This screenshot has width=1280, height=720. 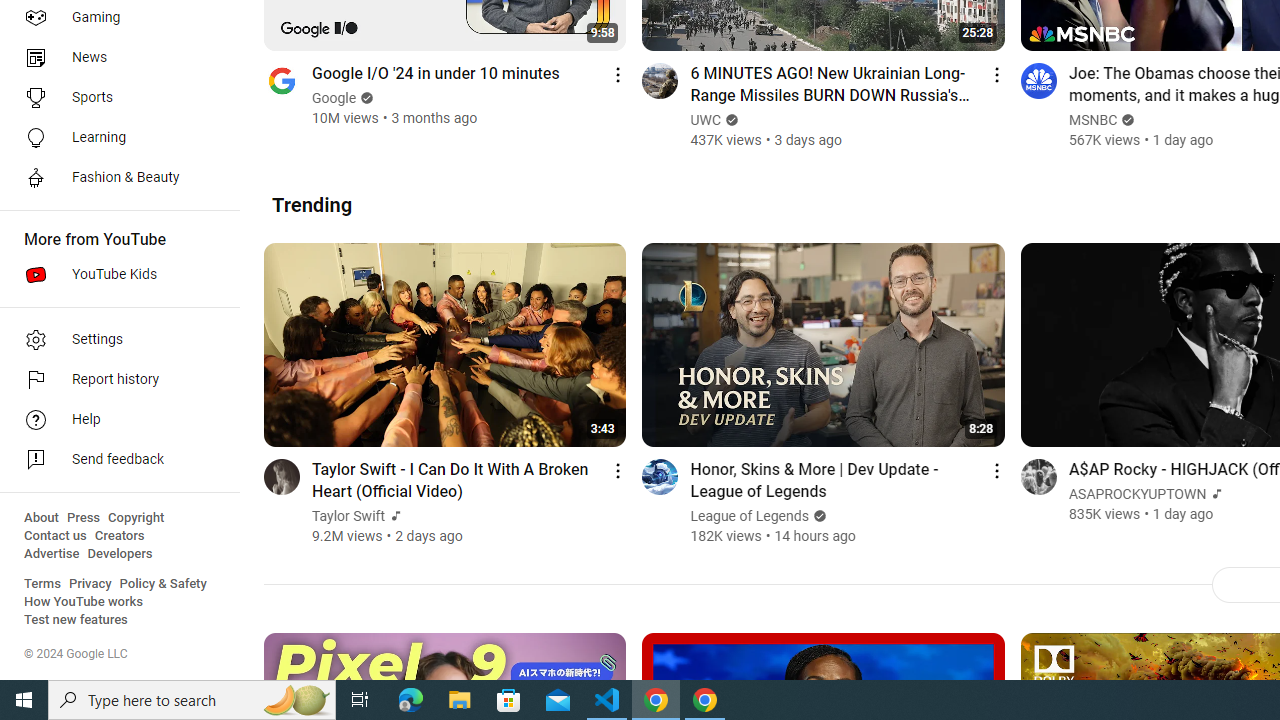 I want to click on 'Official Artist Channel', so click(x=1214, y=494).